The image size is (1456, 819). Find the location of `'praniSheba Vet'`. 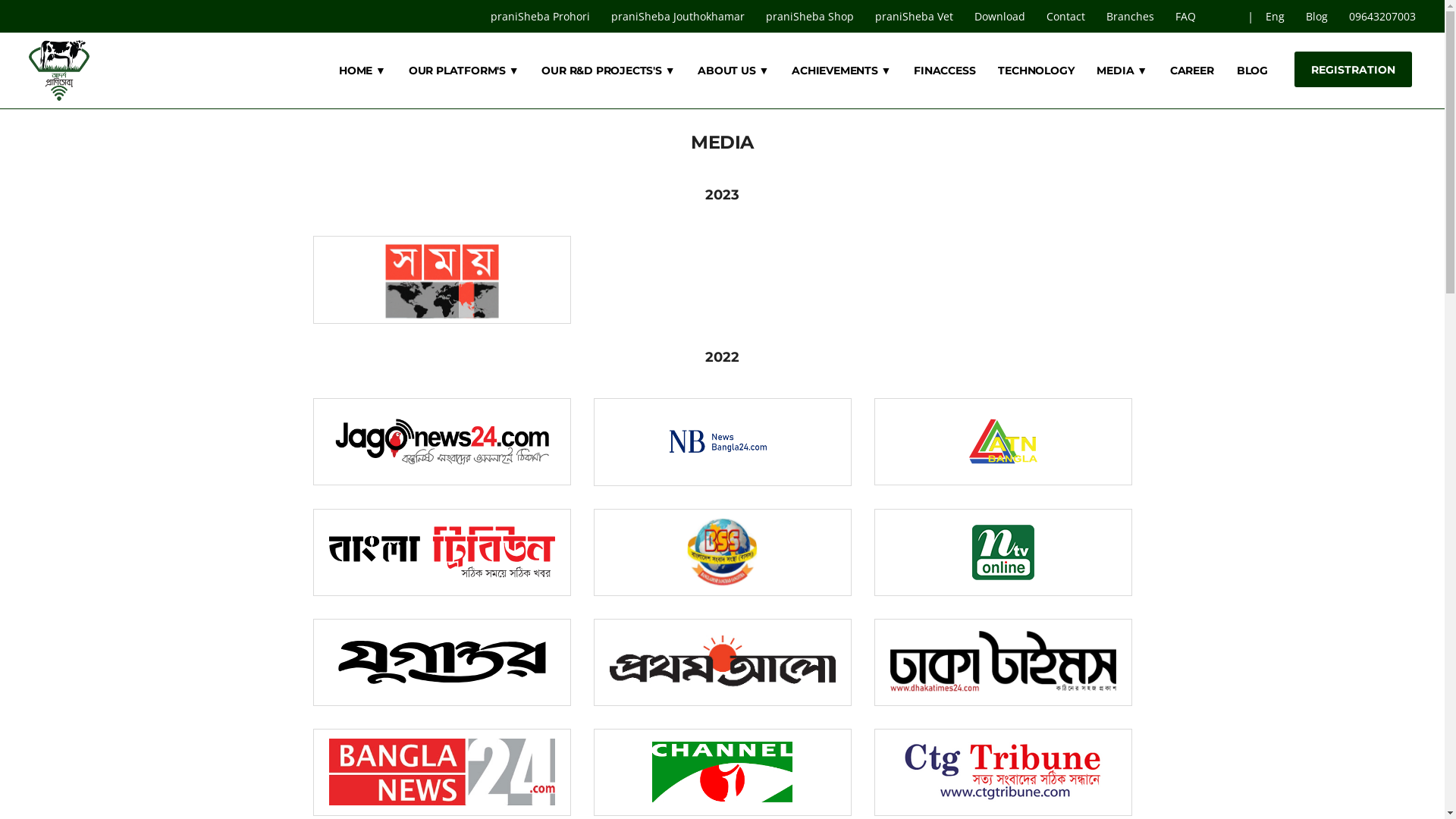

'praniSheba Vet' is located at coordinates (915, 16).